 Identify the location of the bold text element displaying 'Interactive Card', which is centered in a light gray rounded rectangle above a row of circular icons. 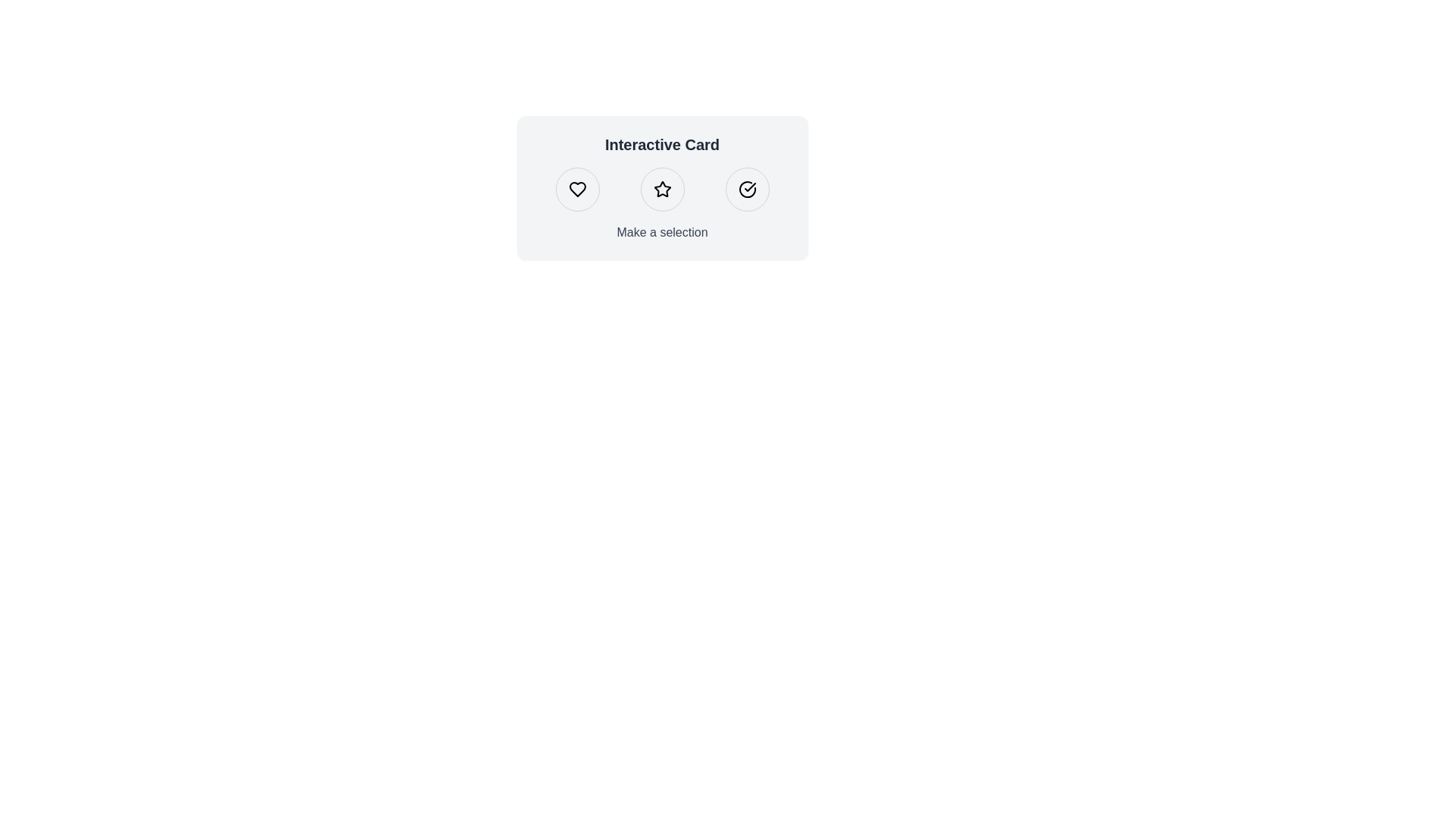
(662, 145).